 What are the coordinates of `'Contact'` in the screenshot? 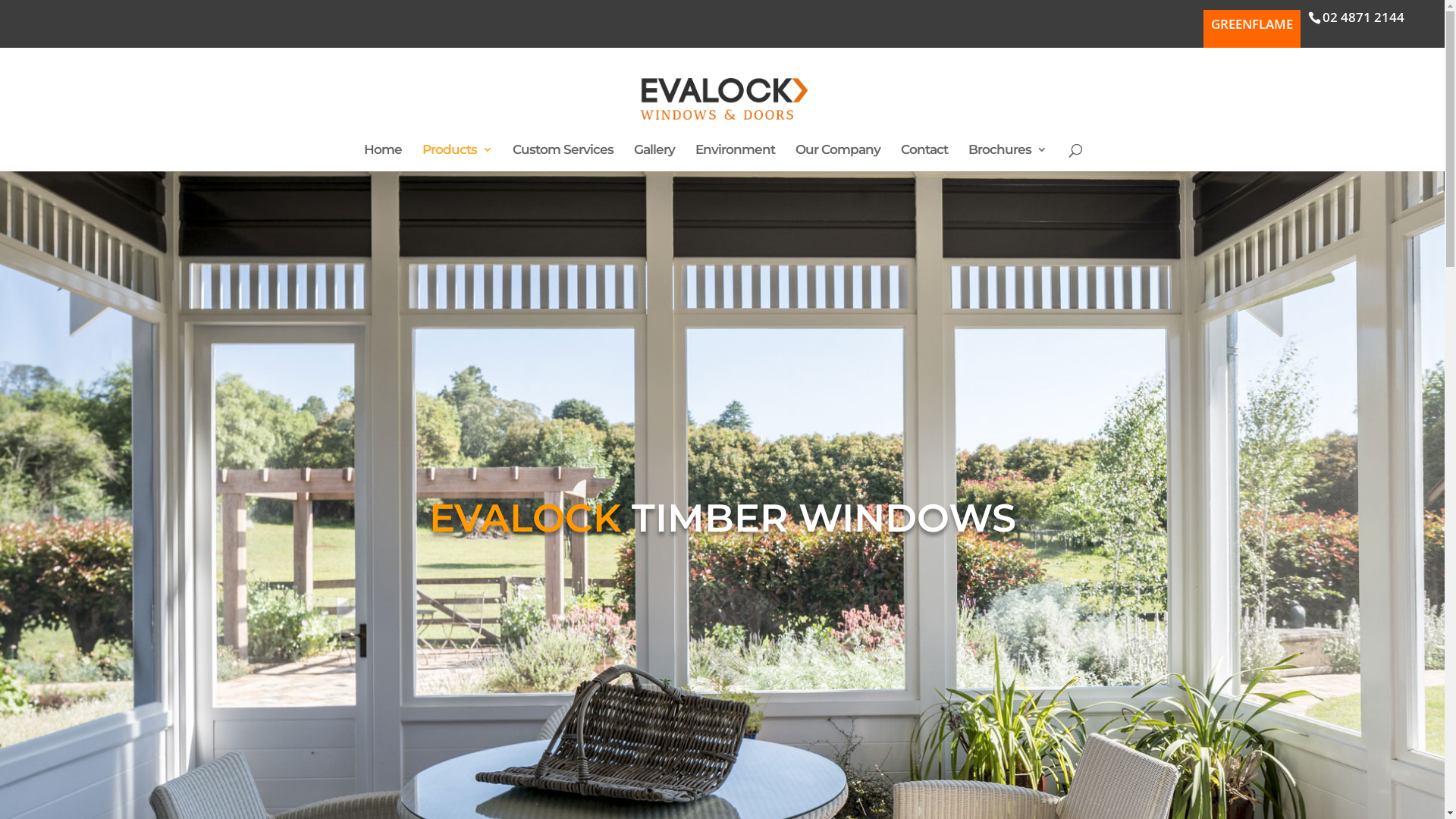 It's located at (924, 158).